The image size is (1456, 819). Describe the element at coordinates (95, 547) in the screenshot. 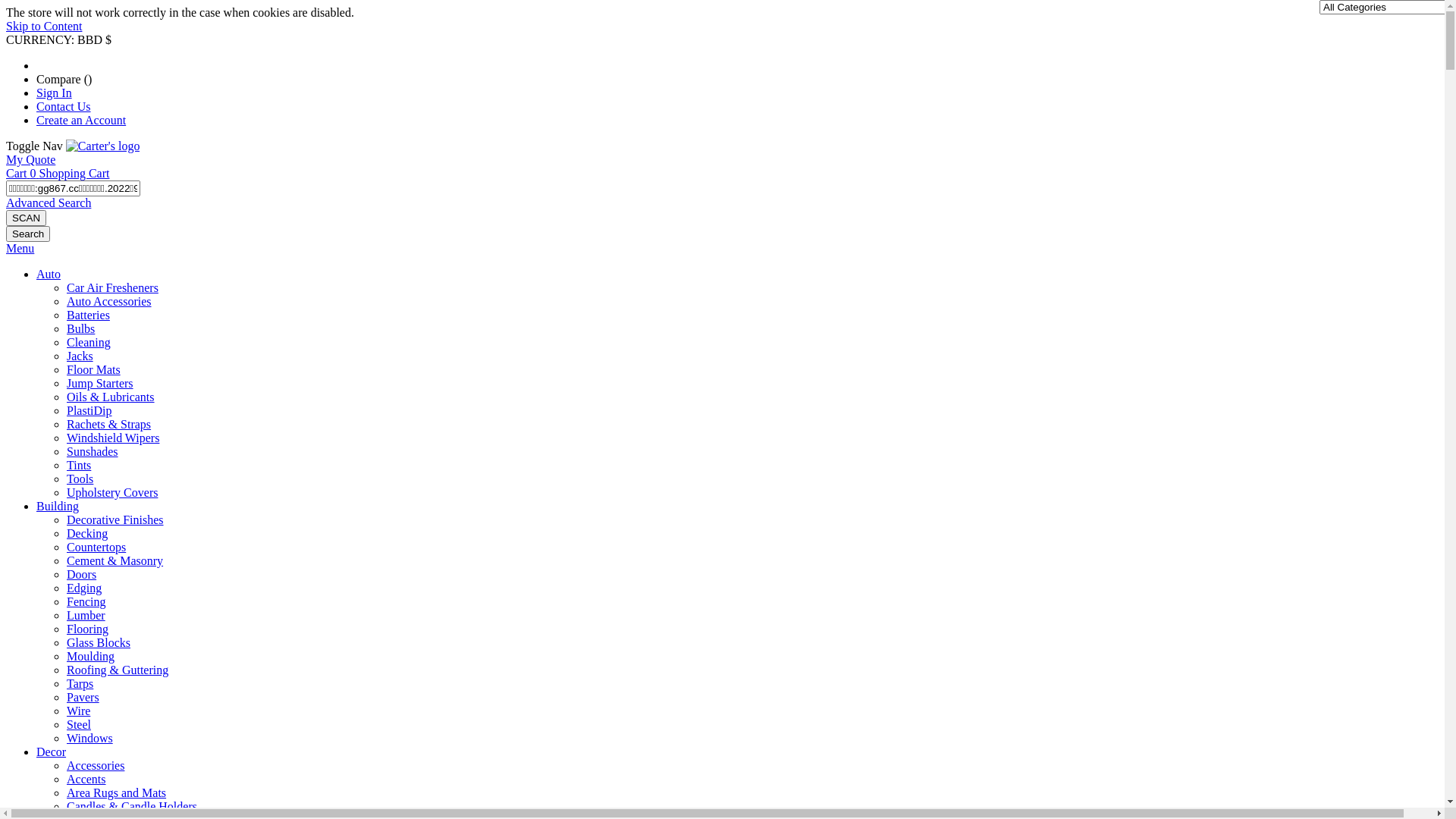

I see `'Countertops'` at that location.